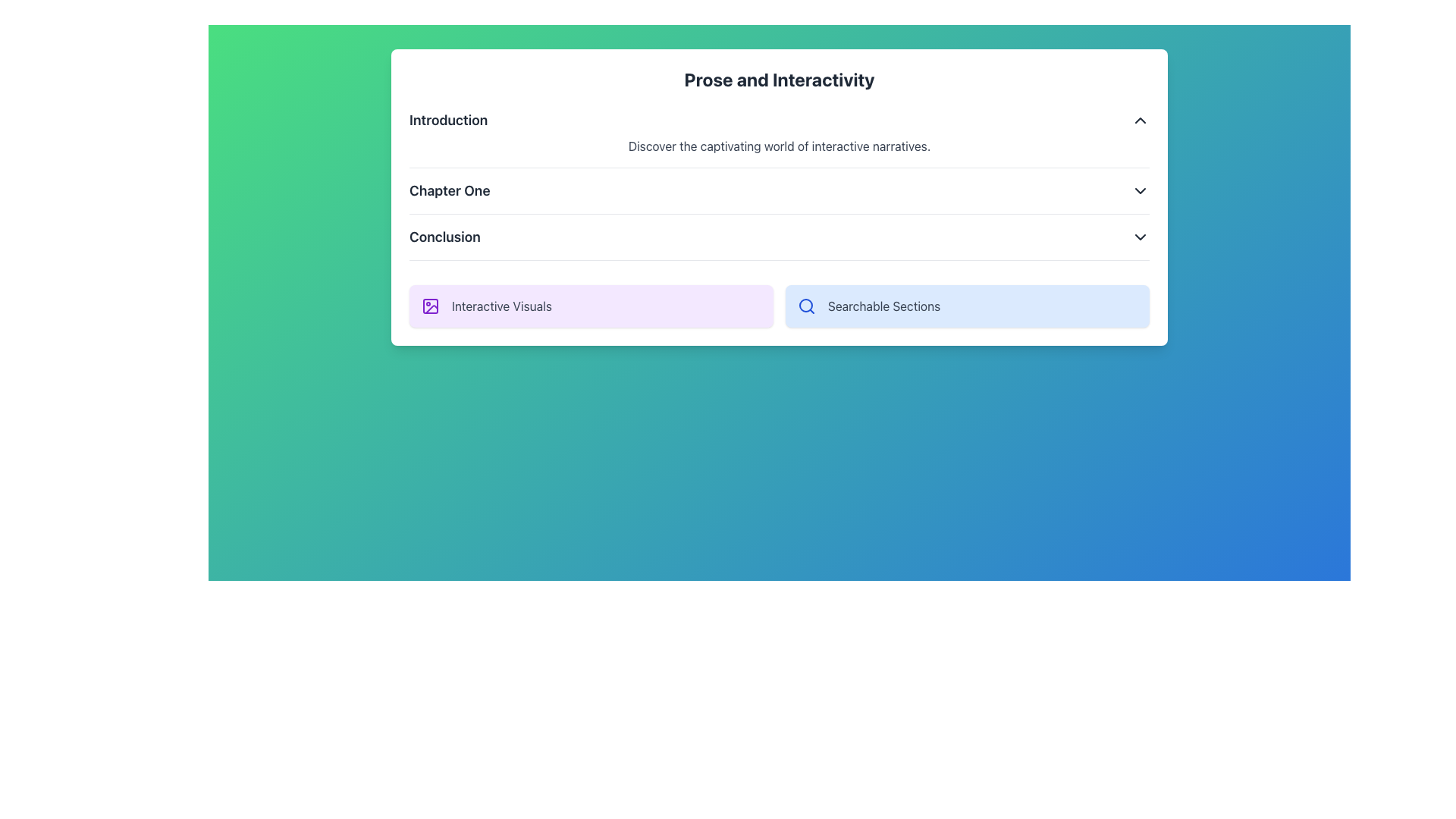 The image size is (1456, 819). Describe the element at coordinates (779, 146) in the screenshot. I see `the introductory description text located directly below the 'Introduction' label, which enhances the user's understanding of the section's content` at that location.